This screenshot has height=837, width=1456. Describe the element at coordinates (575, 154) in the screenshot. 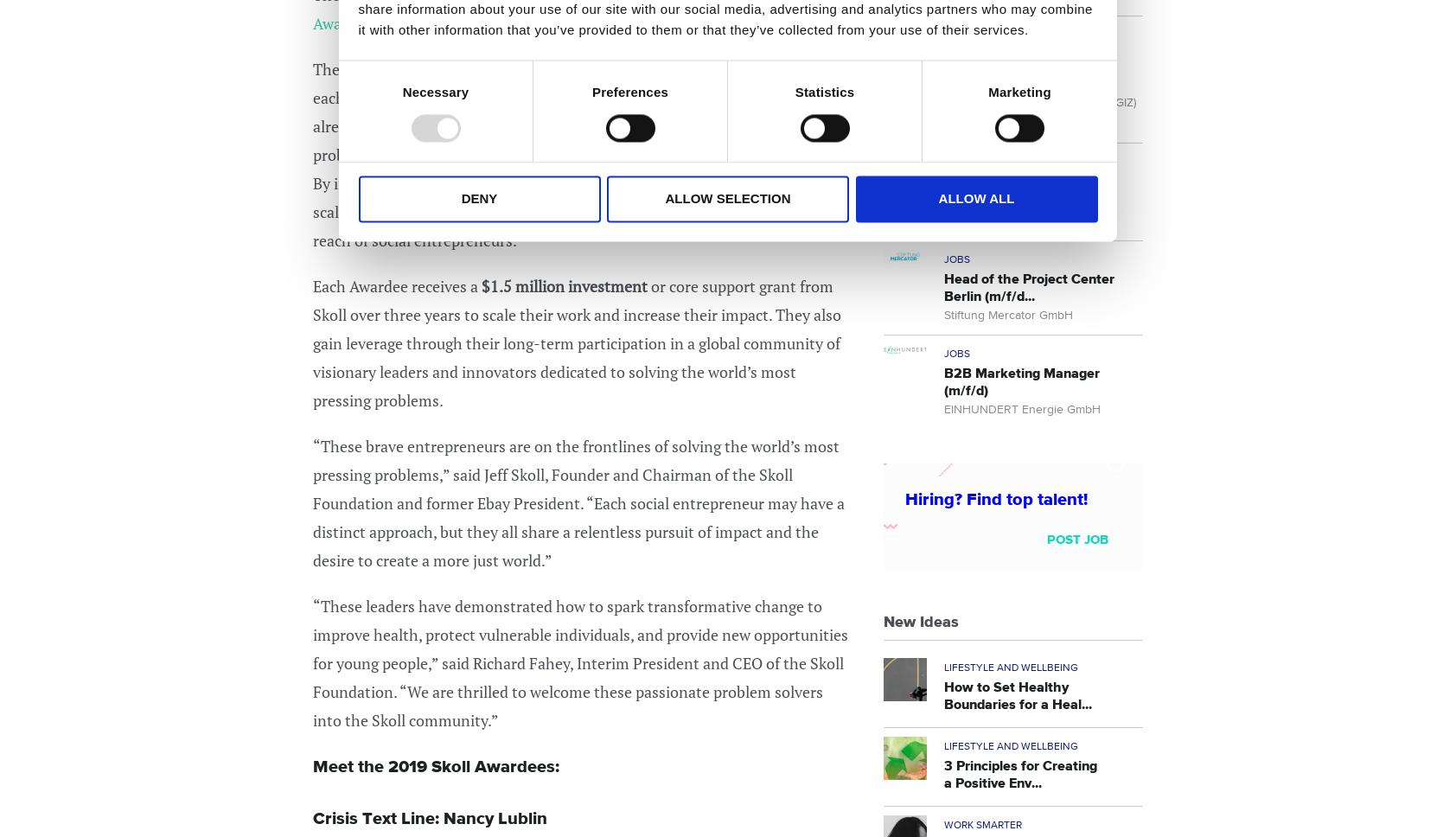

I see `'The Skoll Foundation presents the Skoll Awards for Social Entrepreneurship each year to a select group of social entrepreneurs whose innovations have already had significant, proven impact on some of the world’s most pressing problems, and invests directly in the promise of even greater impact at scale. By investing in organizations when an innovation is ripe for accelerated and scaled adoption, the Skoll Awards help unleash the full global potential and reach of social entrepreneurs.'` at that location.